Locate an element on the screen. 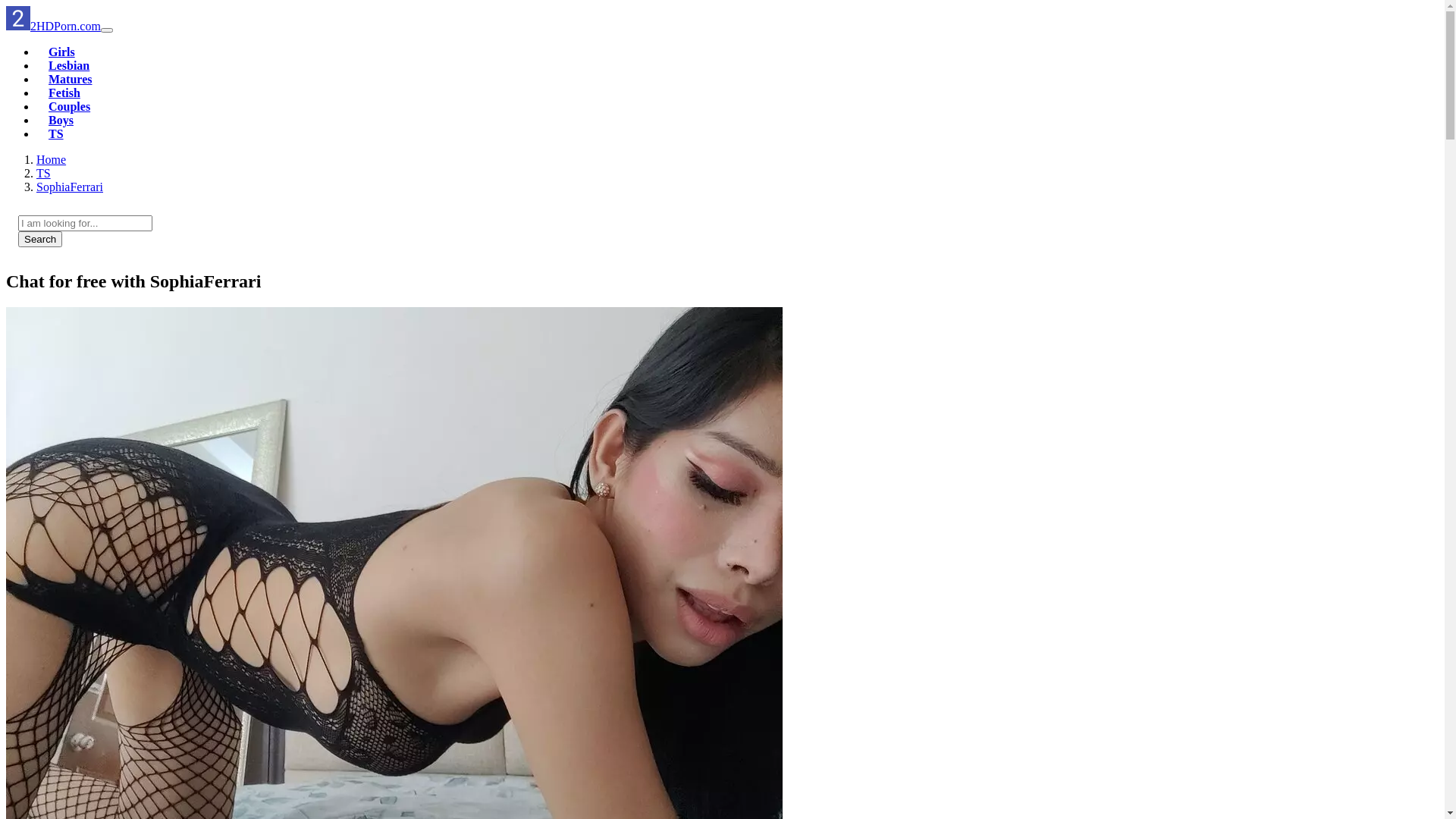 Image resolution: width=1456 pixels, height=819 pixels. 'Matures' is located at coordinates (69, 79).